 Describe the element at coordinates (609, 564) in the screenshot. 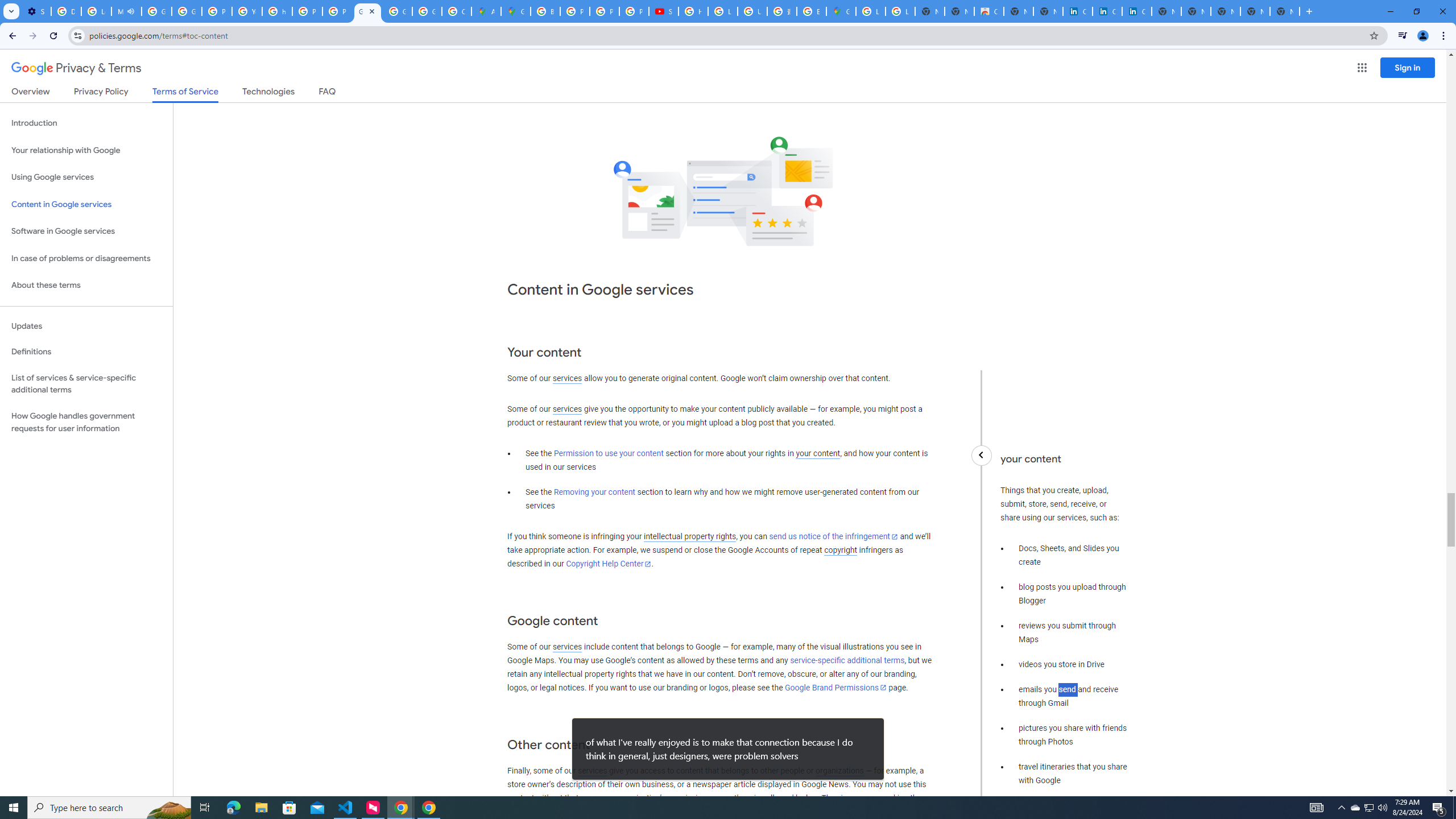

I see `'Copyright Help Center'` at that location.